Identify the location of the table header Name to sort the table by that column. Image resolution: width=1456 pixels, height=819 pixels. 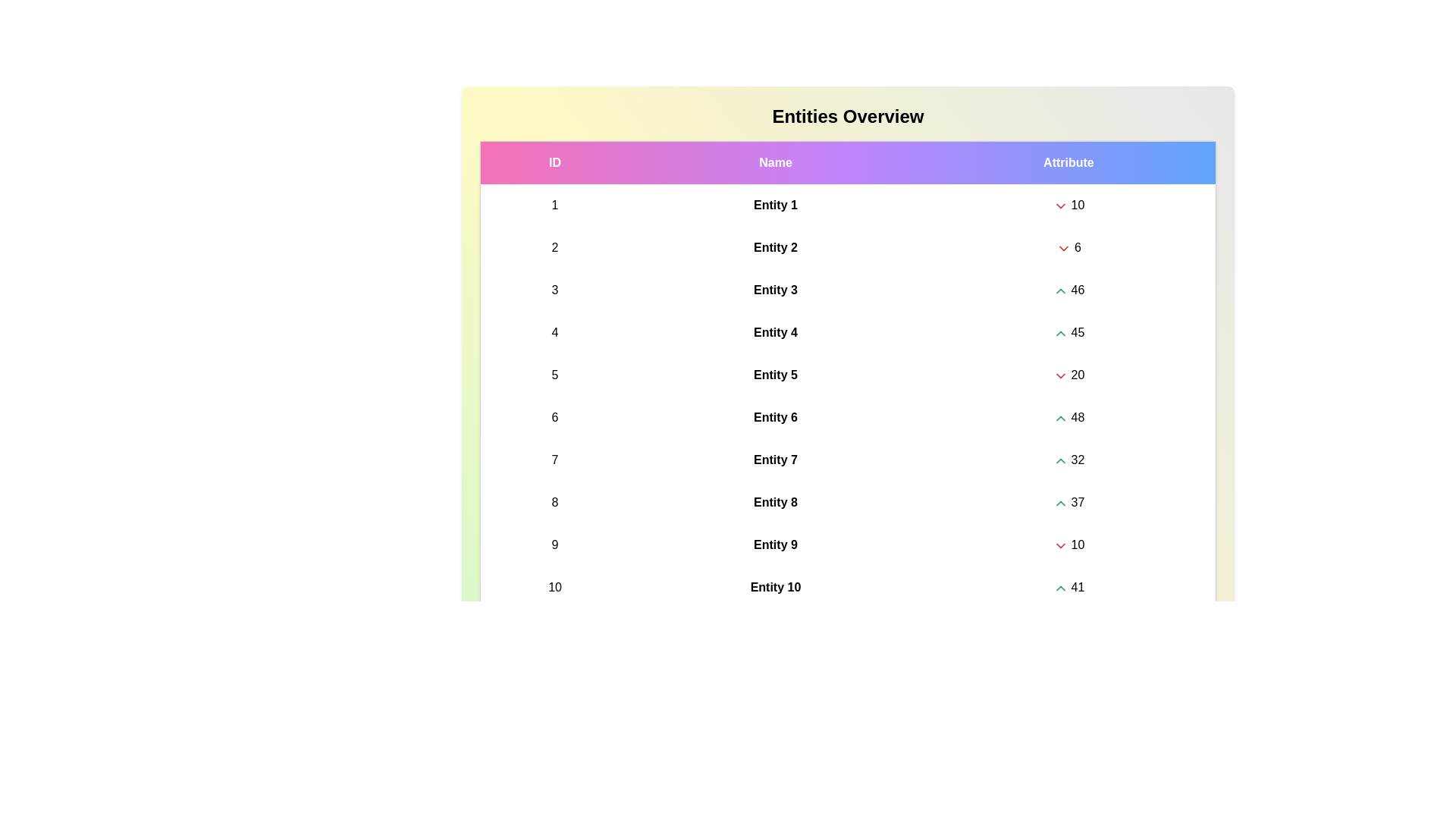
(775, 162).